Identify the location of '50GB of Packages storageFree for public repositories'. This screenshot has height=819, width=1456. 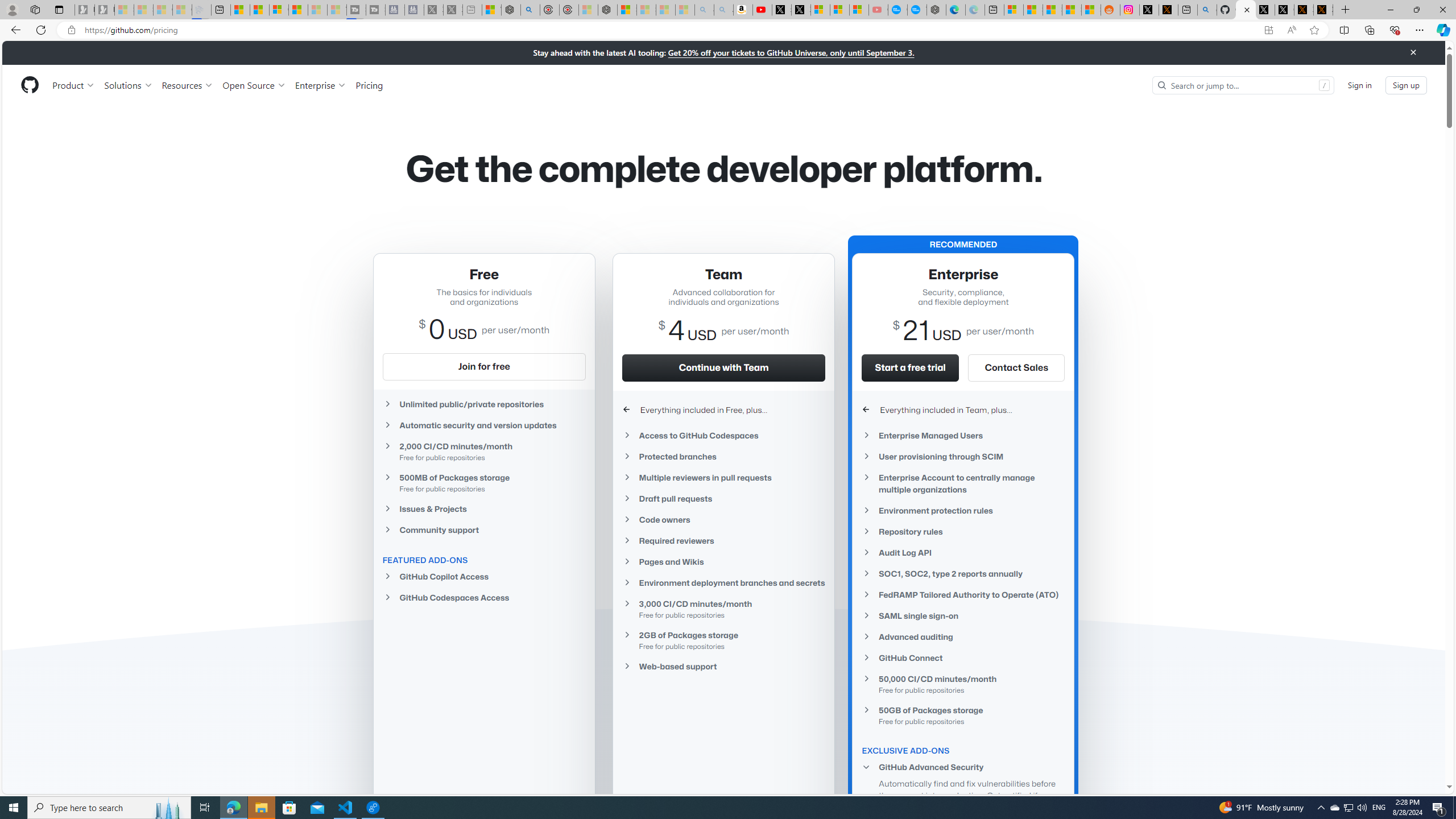
(963, 714).